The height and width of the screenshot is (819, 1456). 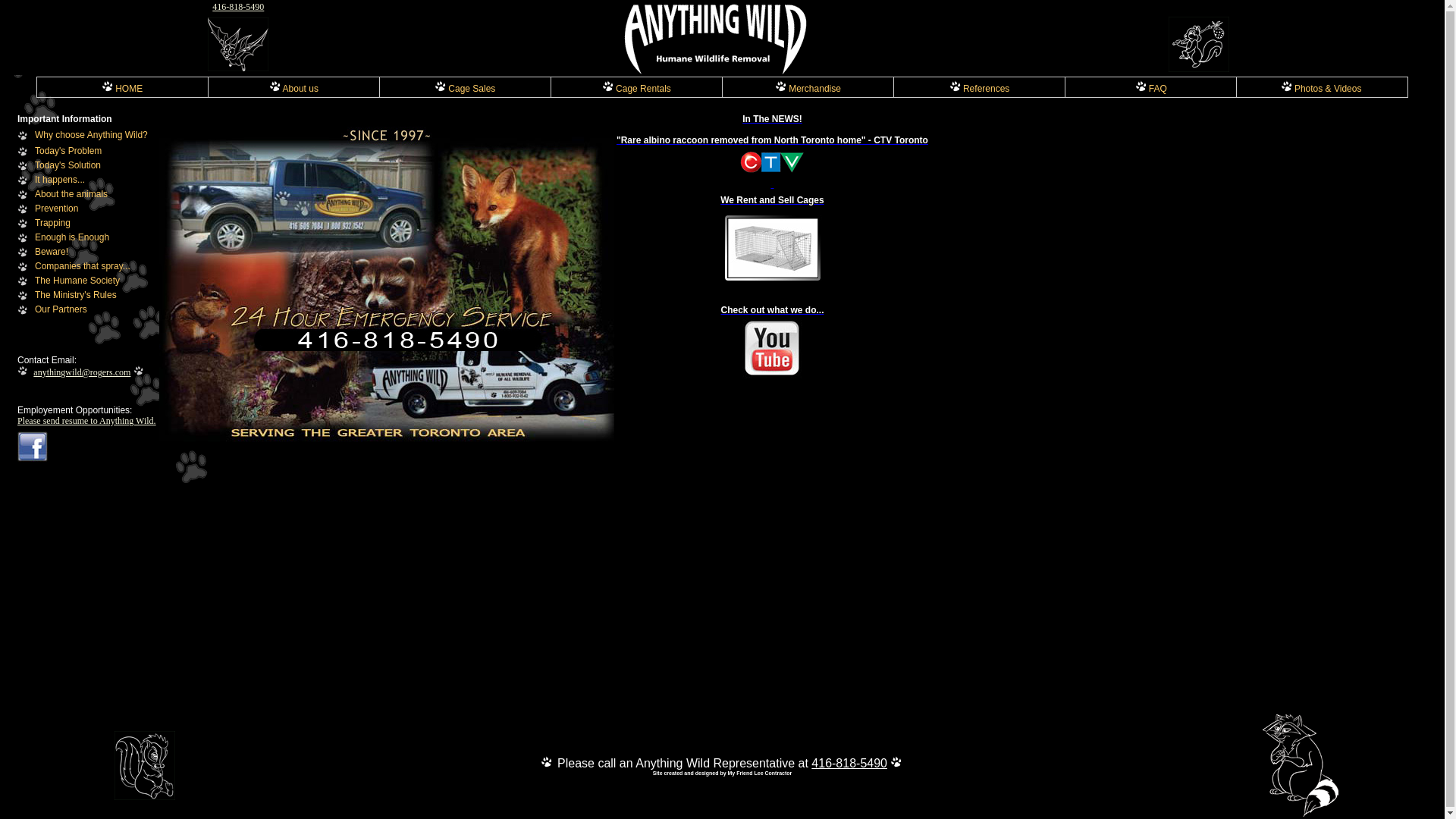 I want to click on 'About the animals', so click(x=71, y=193).